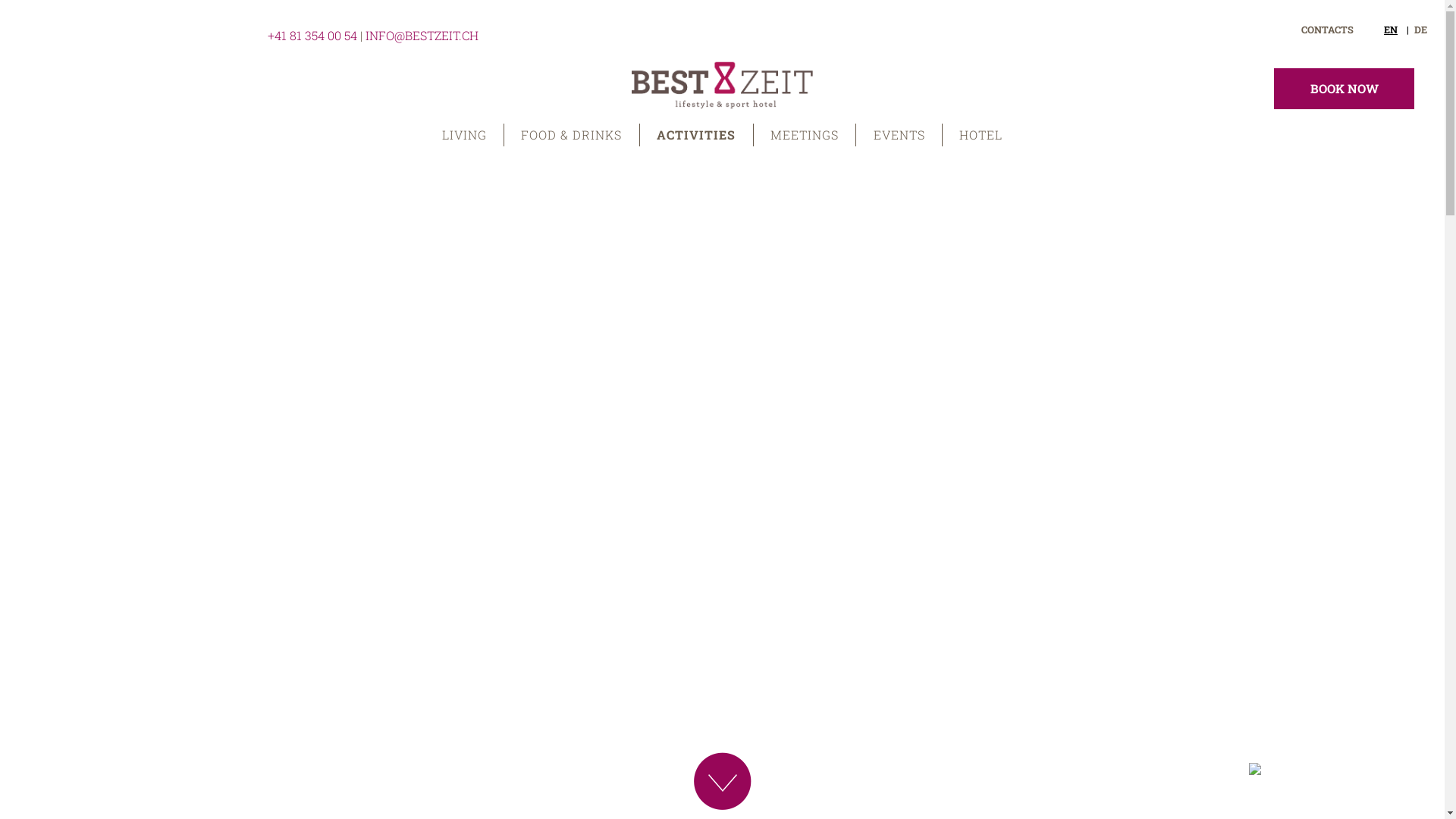 The height and width of the screenshot is (819, 1456). What do you see at coordinates (571, 133) in the screenshot?
I see `'FOOD & DRINKS'` at bounding box center [571, 133].